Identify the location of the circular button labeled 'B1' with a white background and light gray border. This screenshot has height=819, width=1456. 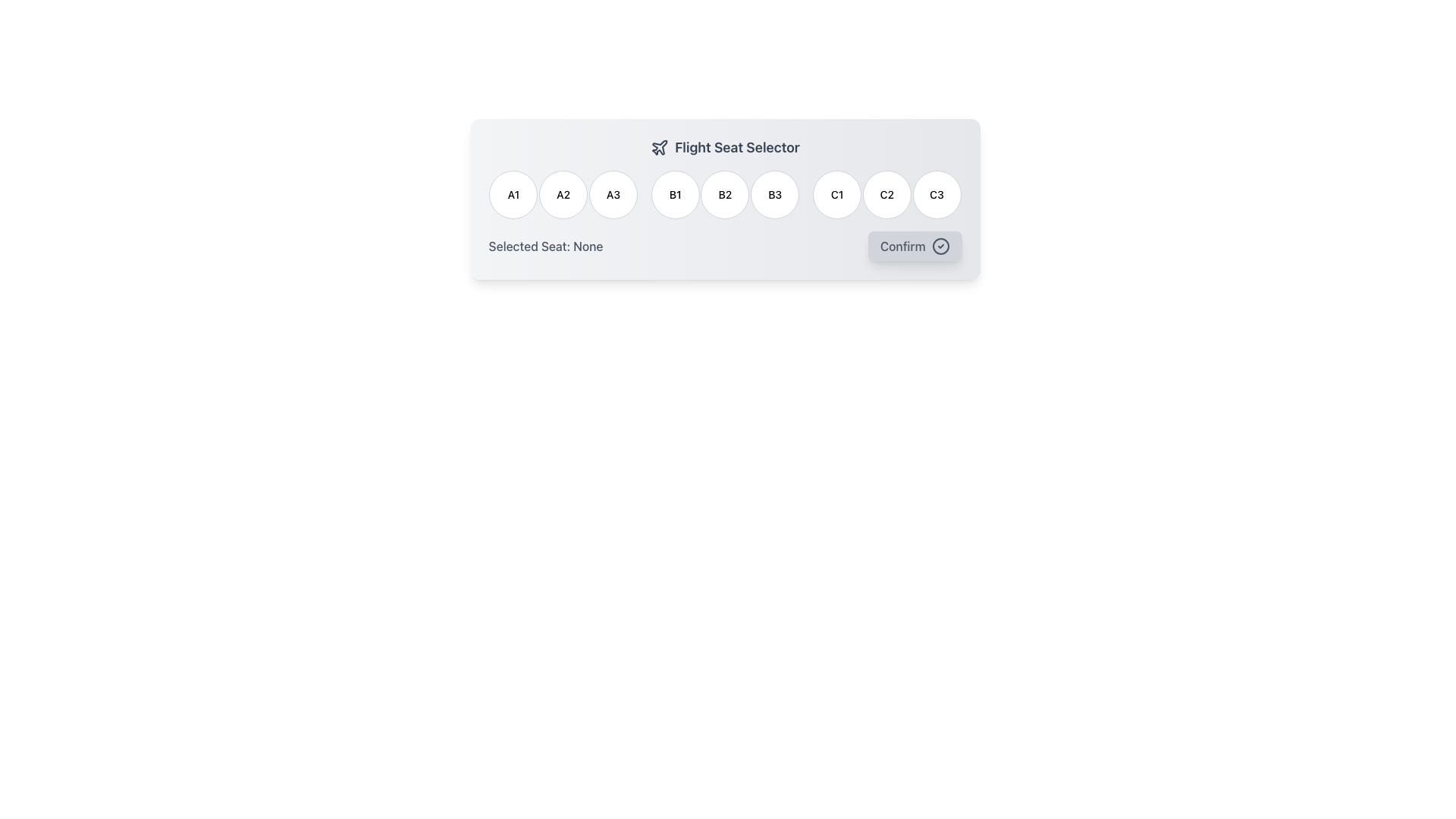
(674, 194).